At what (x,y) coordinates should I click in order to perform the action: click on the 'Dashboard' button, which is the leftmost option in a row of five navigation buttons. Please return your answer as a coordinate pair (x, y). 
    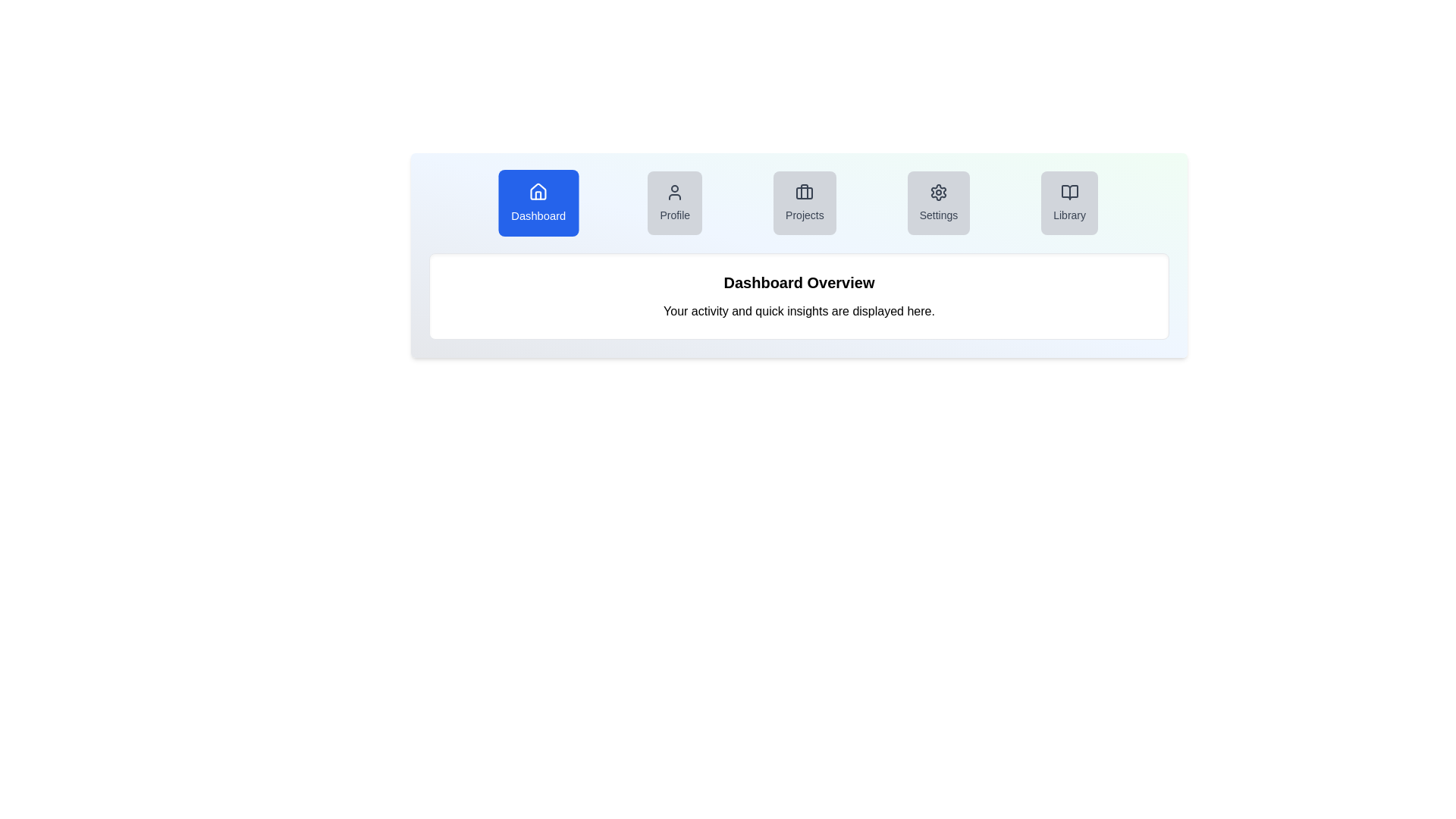
    Looking at the image, I should click on (538, 202).